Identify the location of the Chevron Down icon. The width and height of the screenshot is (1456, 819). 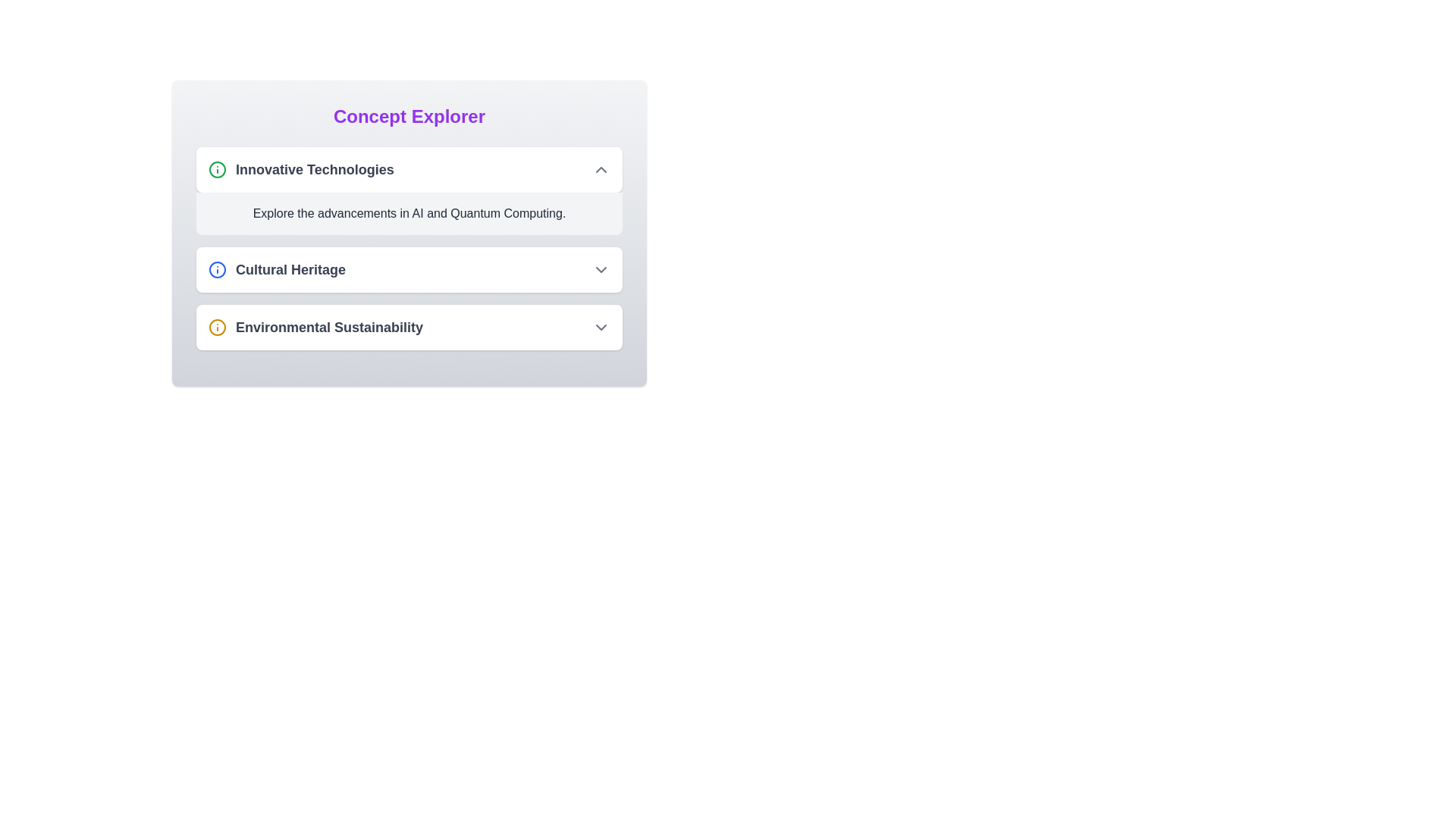
(600, 327).